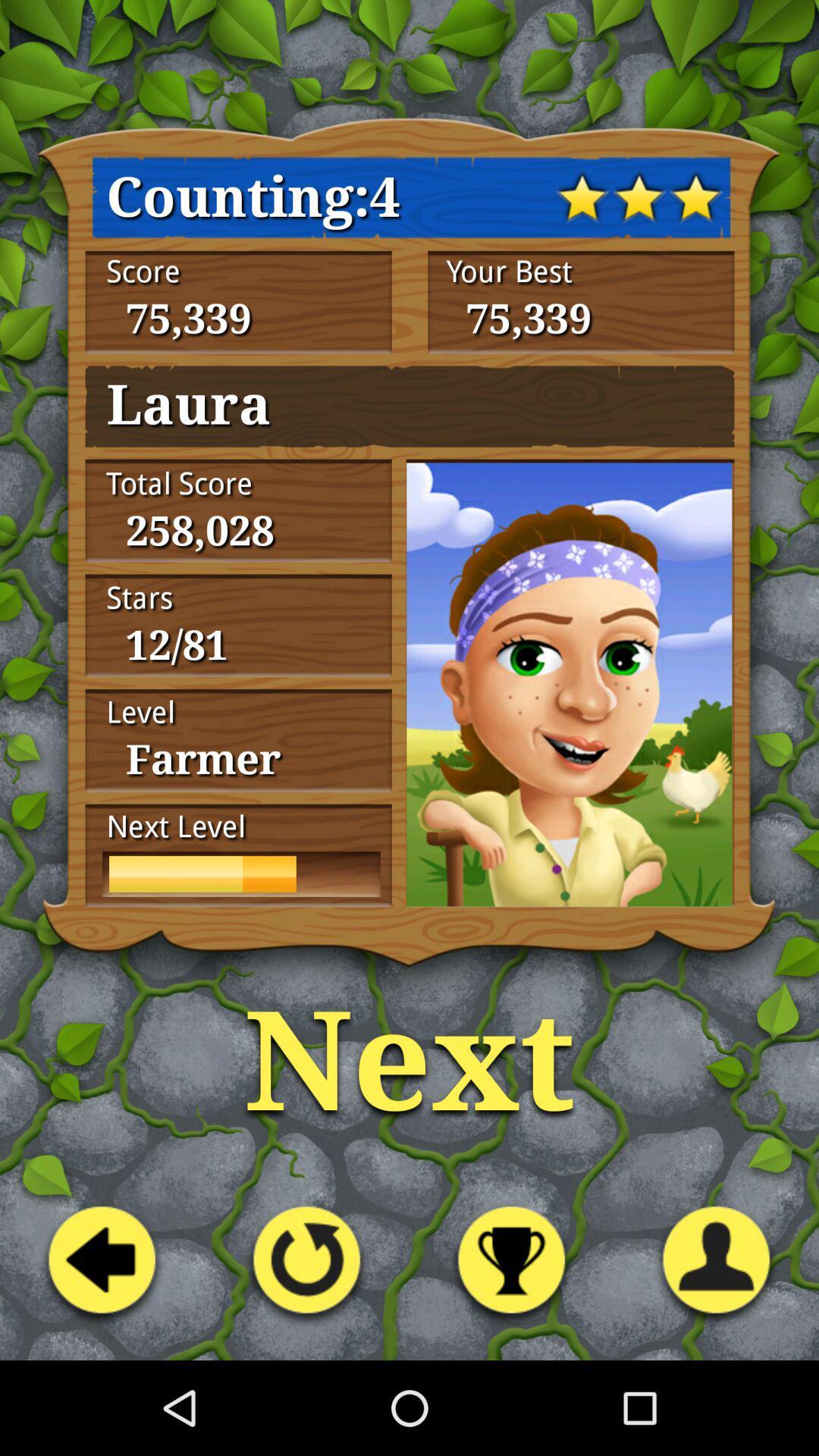  What do you see at coordinates (306, 1266) in the screenshot?
I see `the second button from the left at the bottom of the page` at bounding box center [306, 1266].